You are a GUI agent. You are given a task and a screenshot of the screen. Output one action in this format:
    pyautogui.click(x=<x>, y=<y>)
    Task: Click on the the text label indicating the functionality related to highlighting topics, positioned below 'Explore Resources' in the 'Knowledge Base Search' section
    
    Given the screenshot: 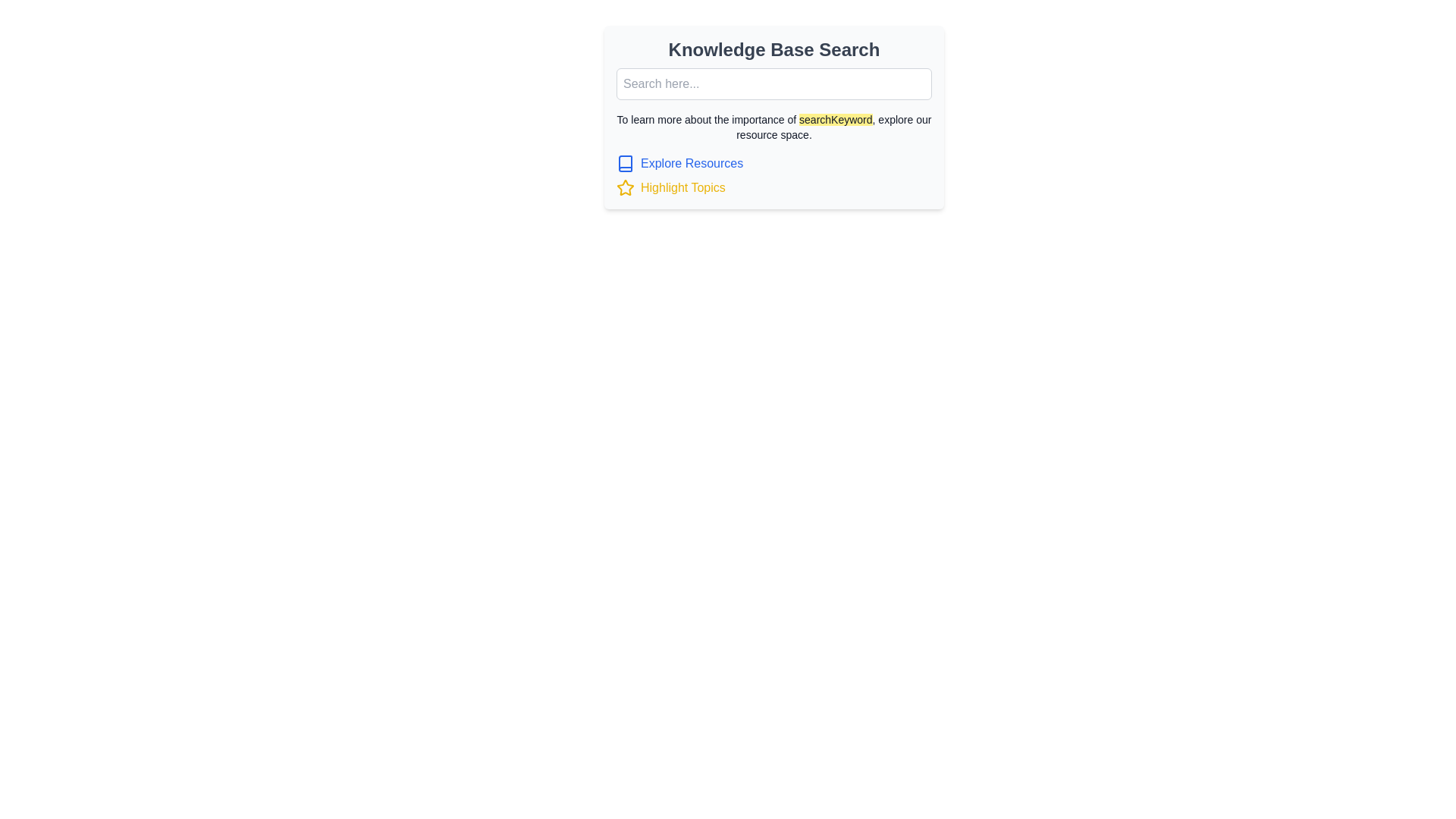 What is the action you would take?
    pyautogui.click(x=682, y=187)
    